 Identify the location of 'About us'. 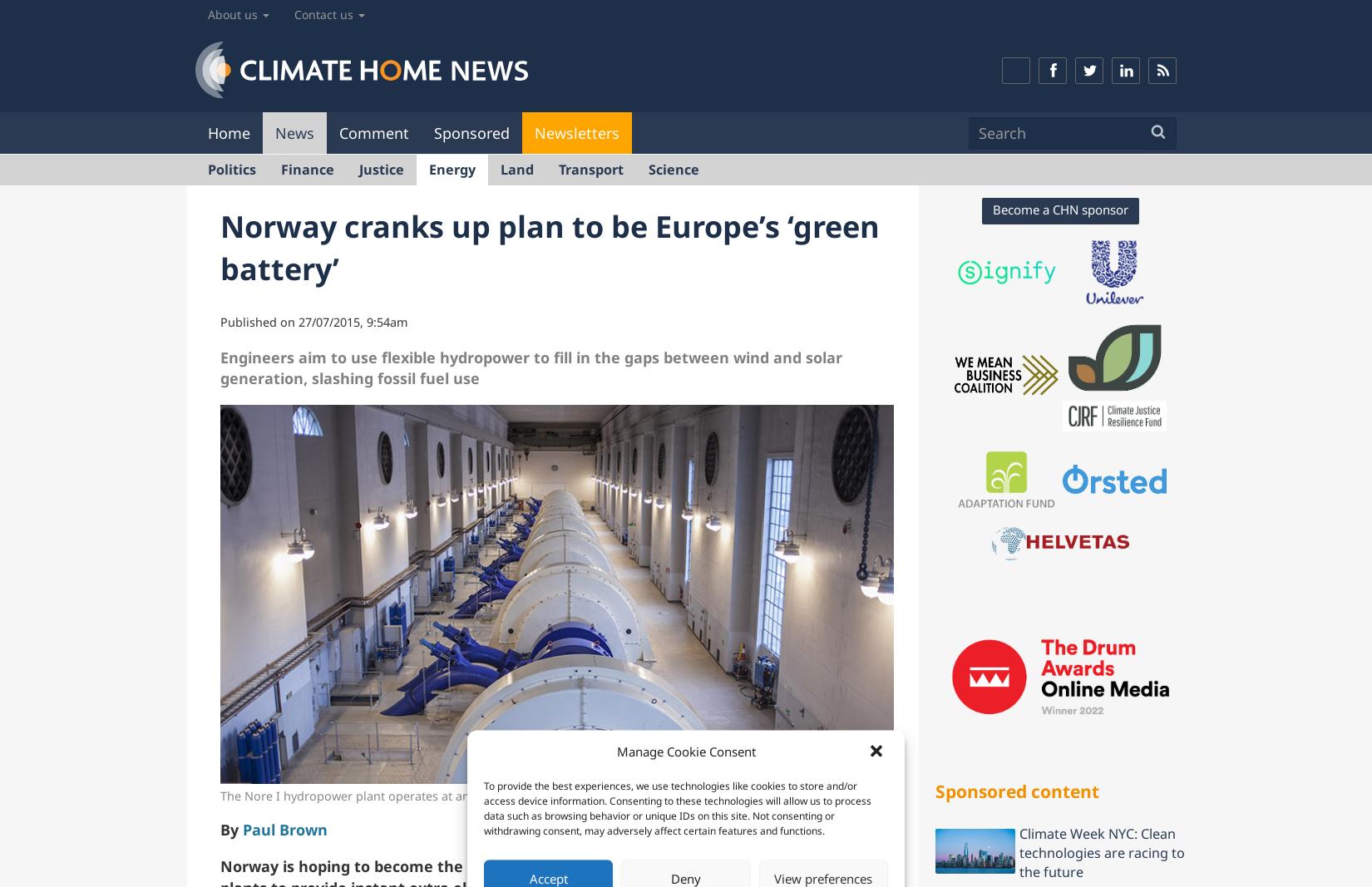
(207, 13).